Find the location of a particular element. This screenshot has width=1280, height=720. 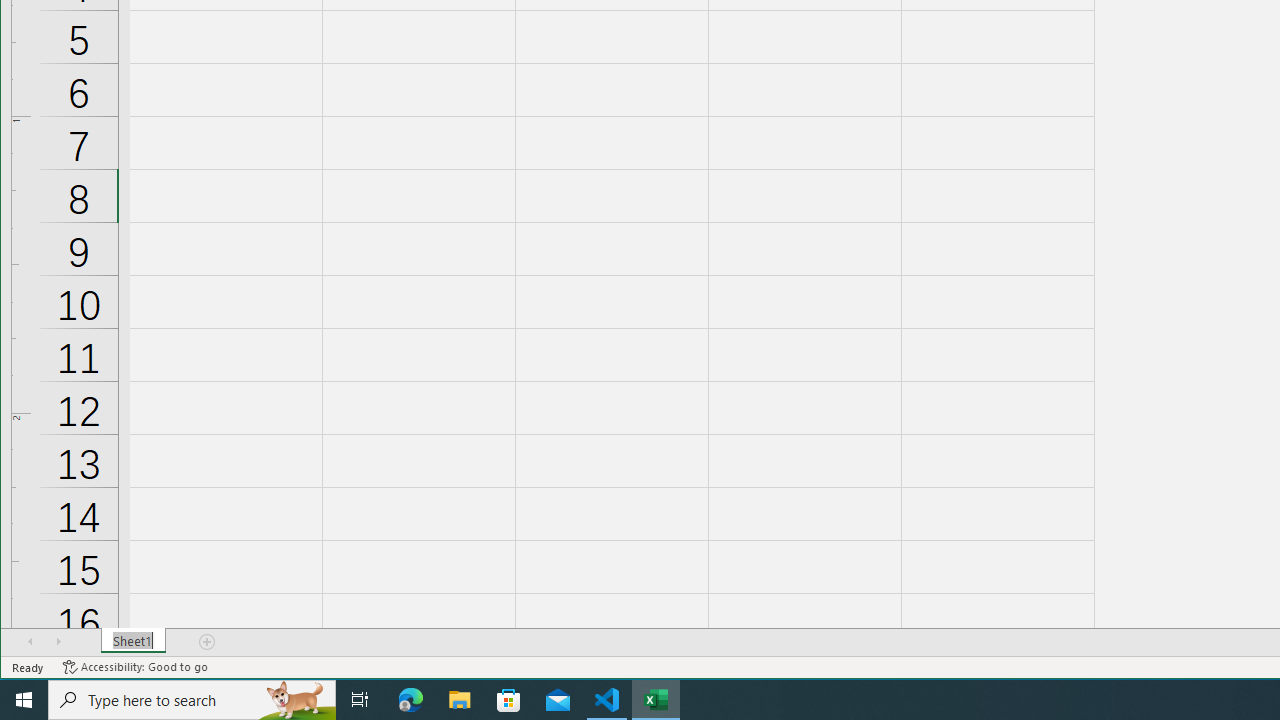

'Microsoft Edge' is located at coordinates (410, 698).